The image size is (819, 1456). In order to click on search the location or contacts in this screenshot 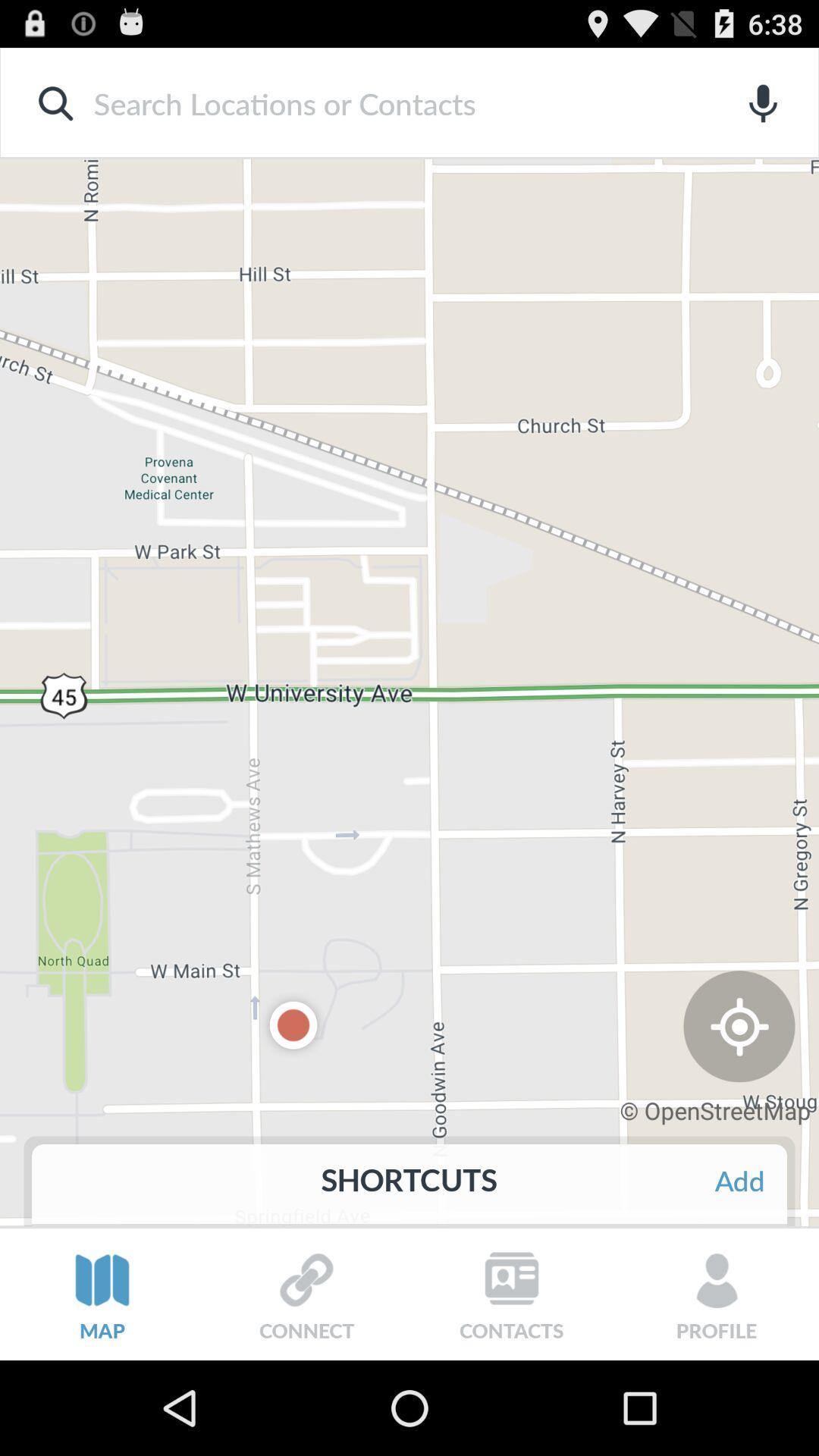, I will do `click(384, 102)`.